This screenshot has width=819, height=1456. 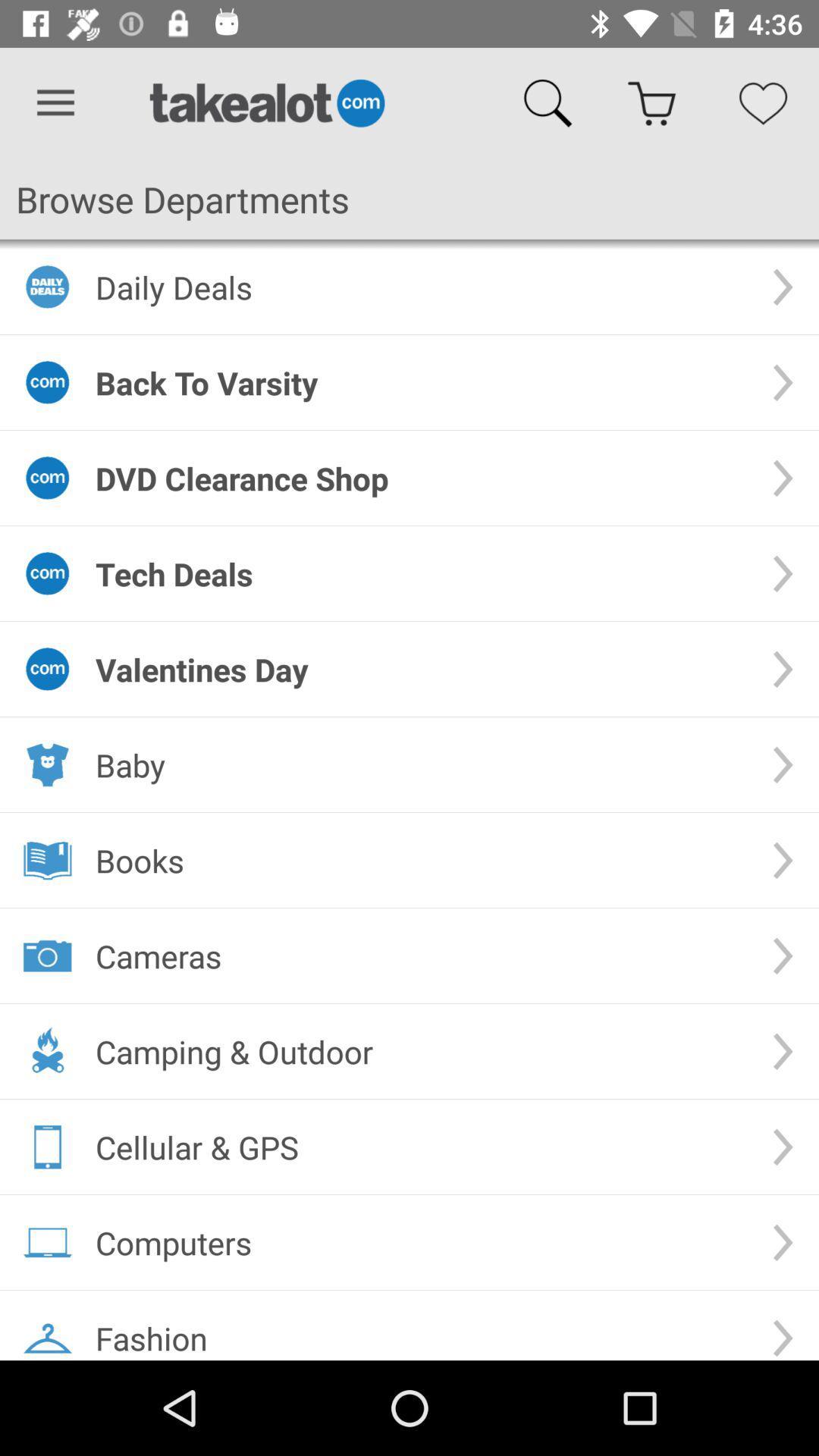 I want to click on cellular & gps icon, so click(x=421, y=1147).